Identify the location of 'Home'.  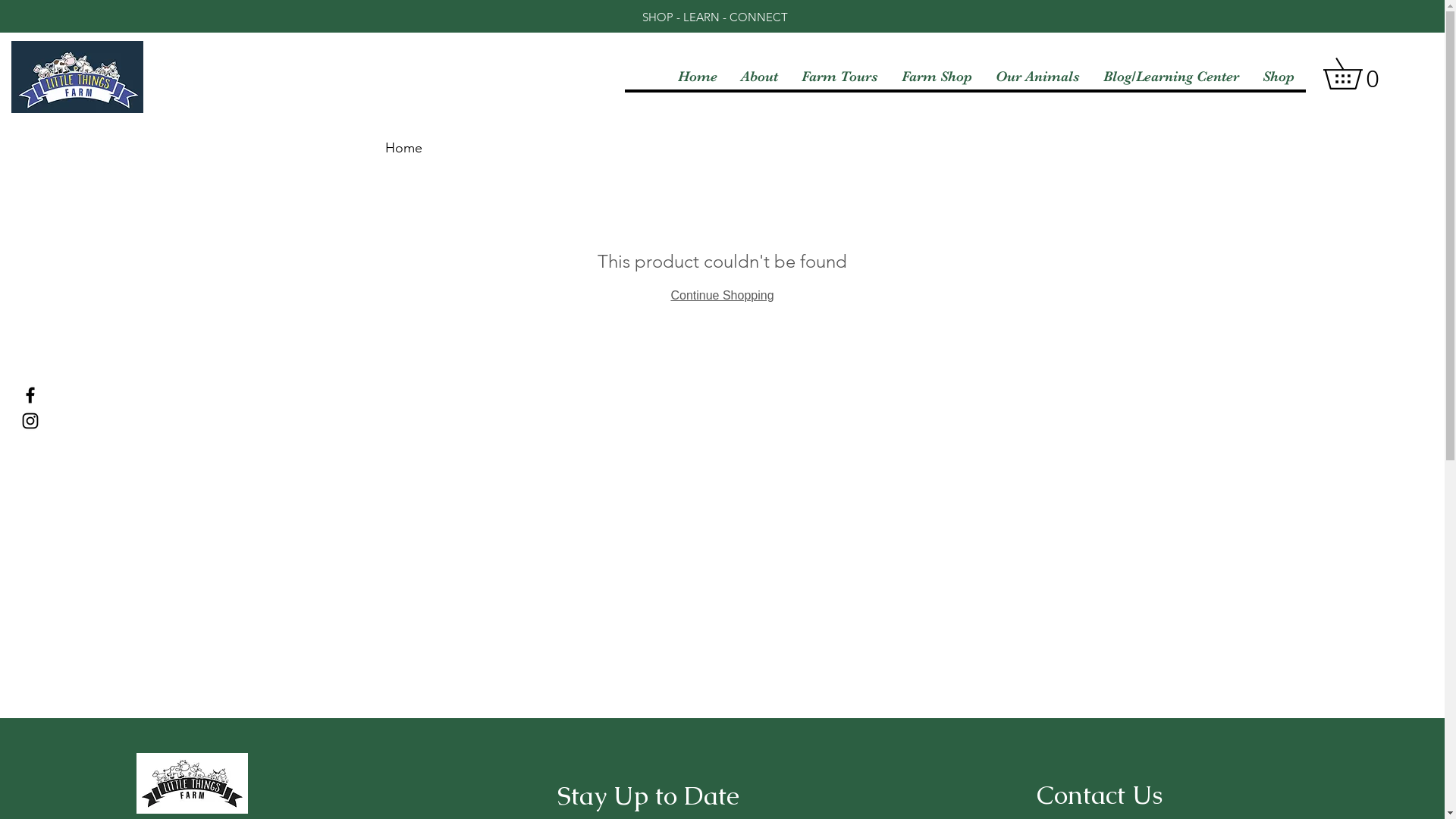
(696, 76).